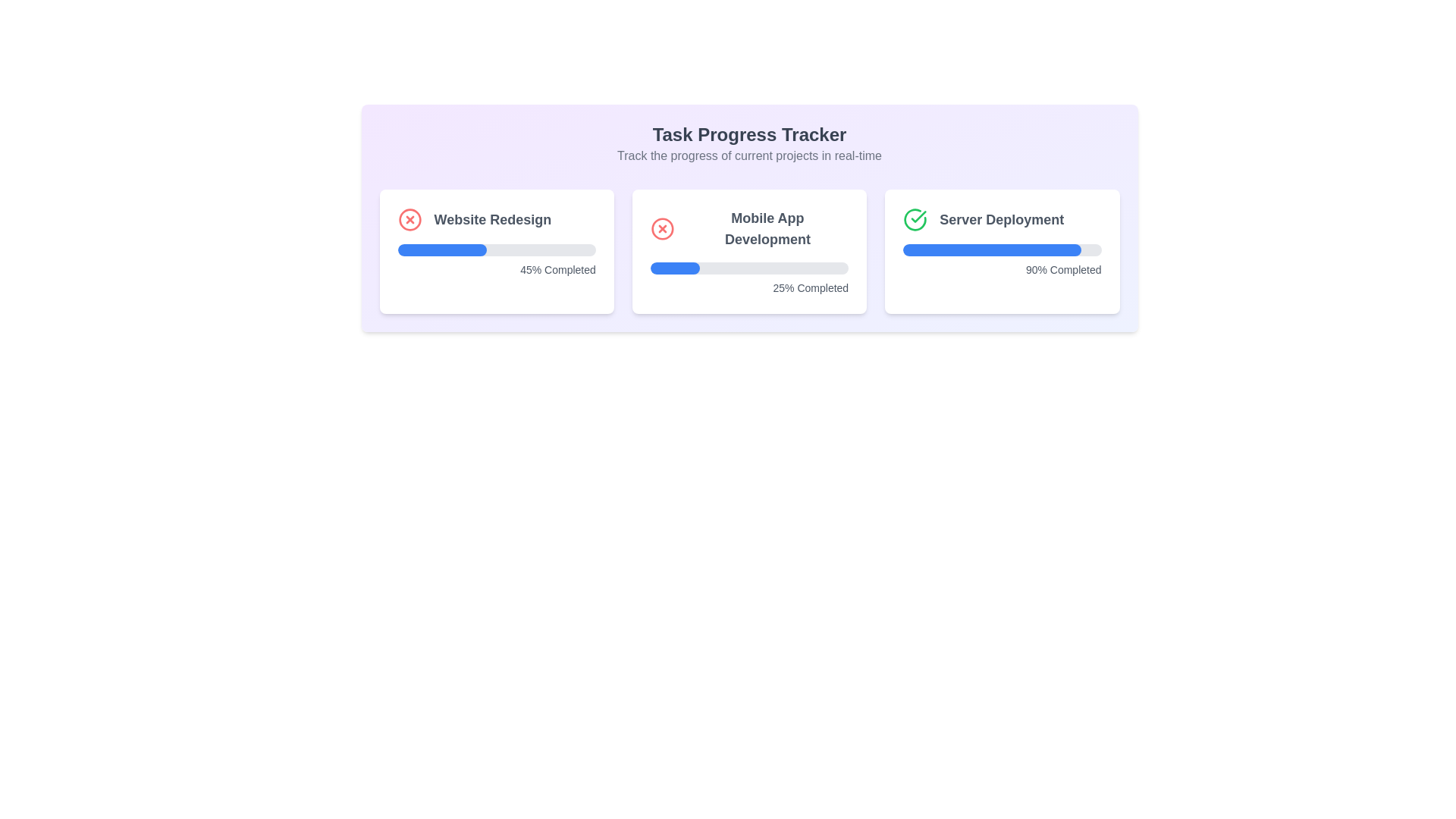 Image resolution: width=1456 pixels, height=819 pixels. Describe the element at coordinates (674, 268) in the screenshot. I see `the Progress Bar Segment representing 25% completion of 'Mobile App Development'` at that location.